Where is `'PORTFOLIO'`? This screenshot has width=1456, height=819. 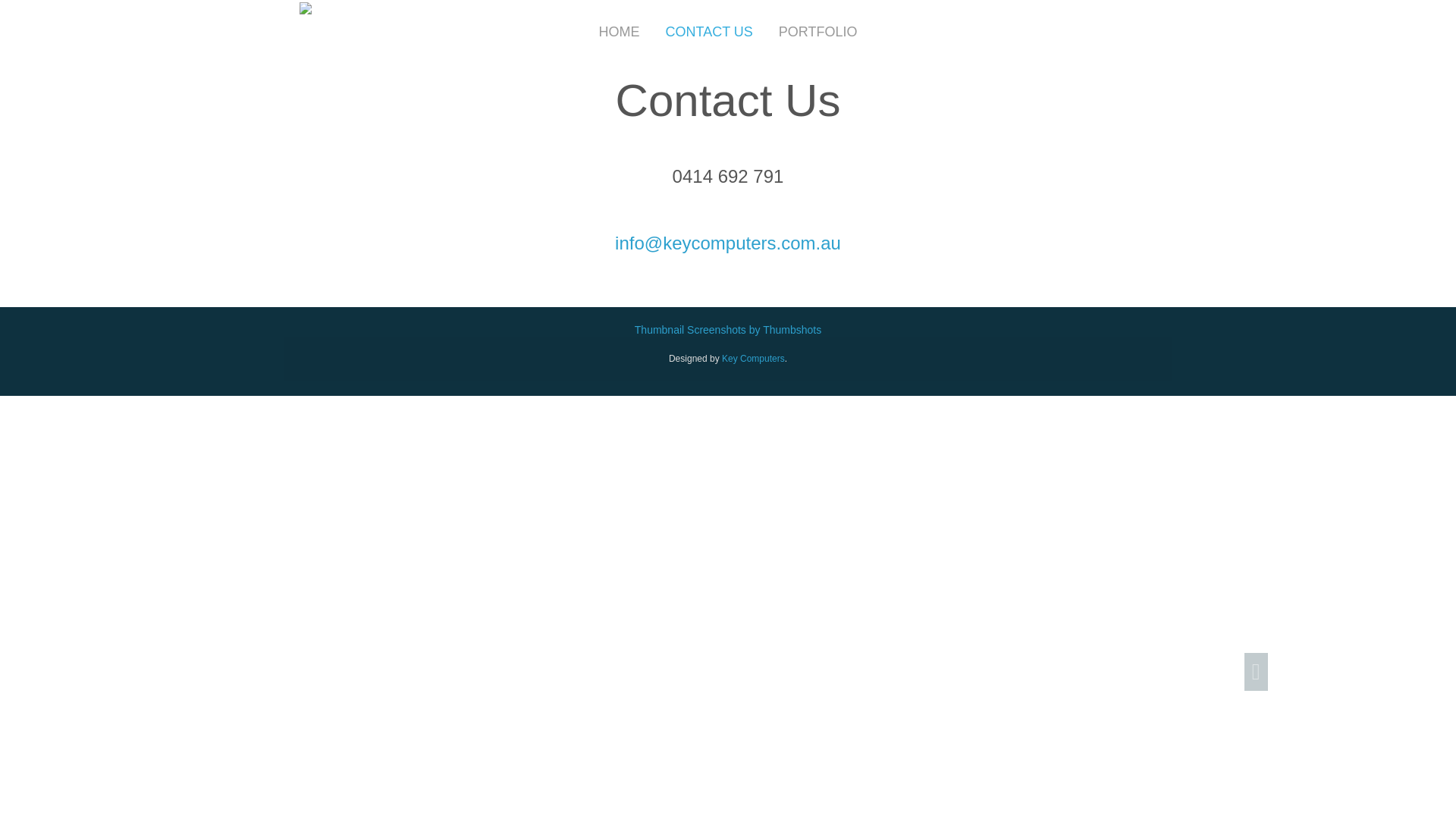 'PORTFOLIO' is located at coordinates (817, 32).